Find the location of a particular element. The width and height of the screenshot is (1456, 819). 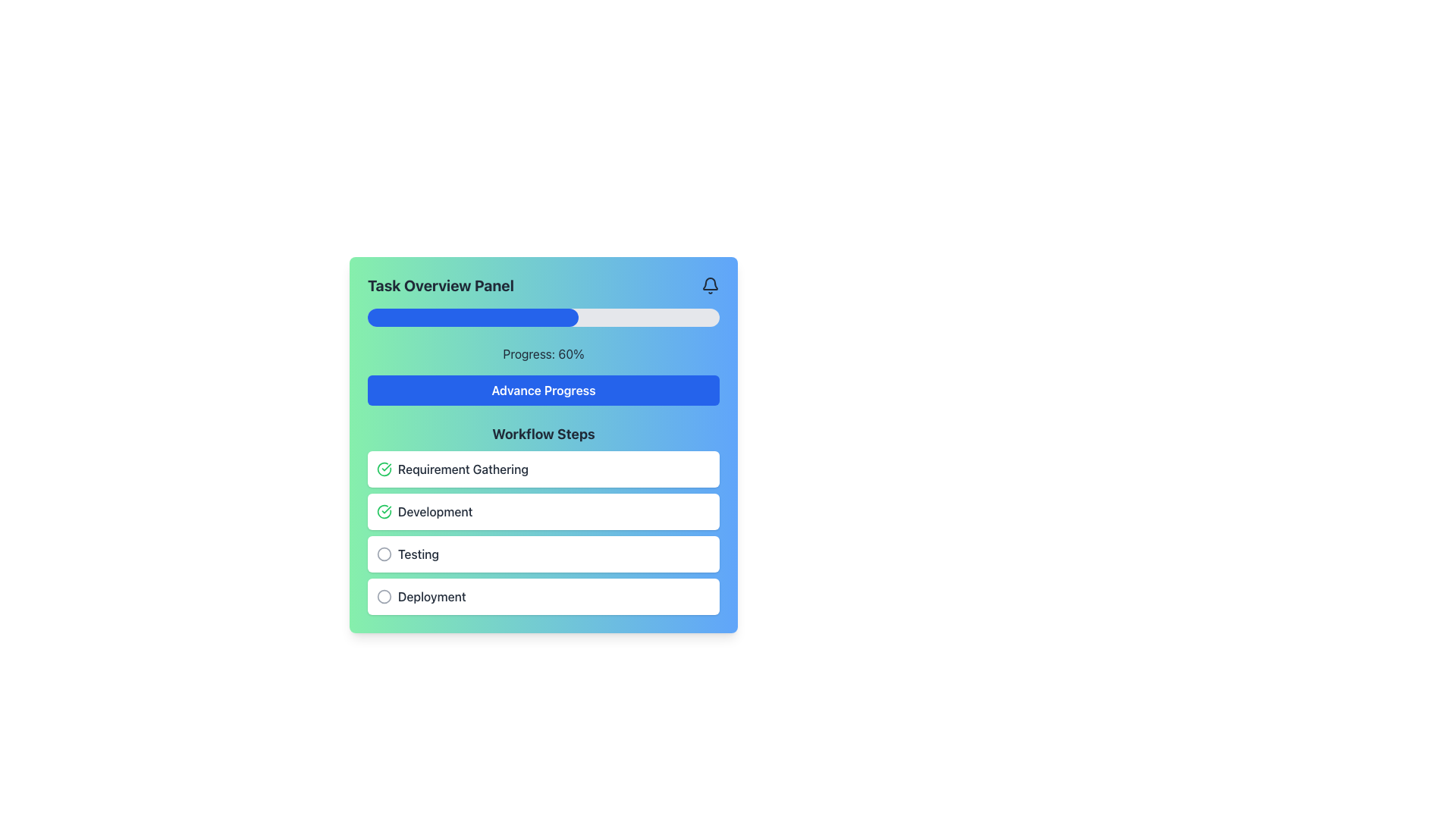

the checkbox icon is located at coordinates (384, 554).